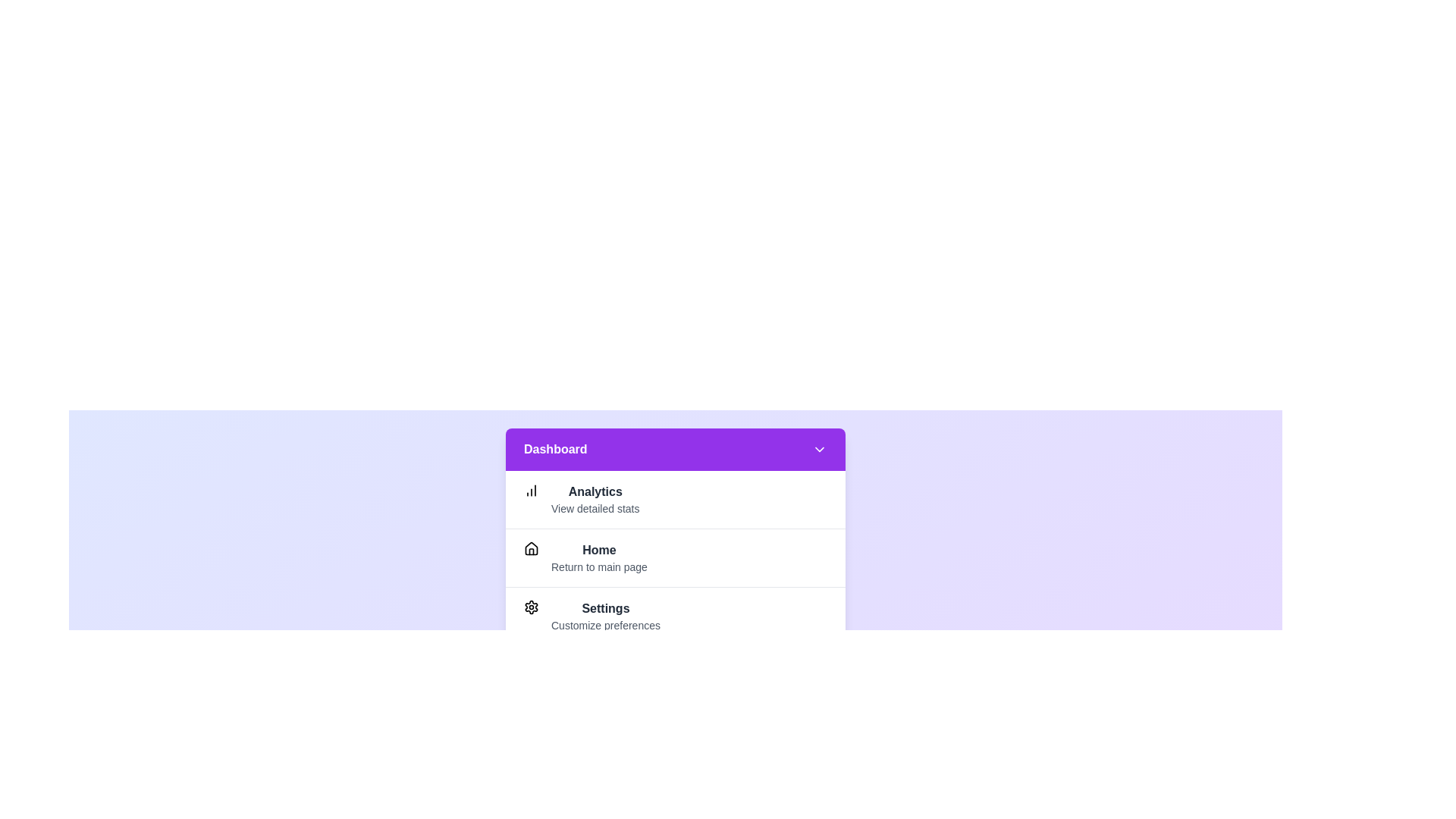 This screenshot has height=819, width=1456. I want to click on the 'Settings' menu item in the dashboard menu, so click(604, 617).